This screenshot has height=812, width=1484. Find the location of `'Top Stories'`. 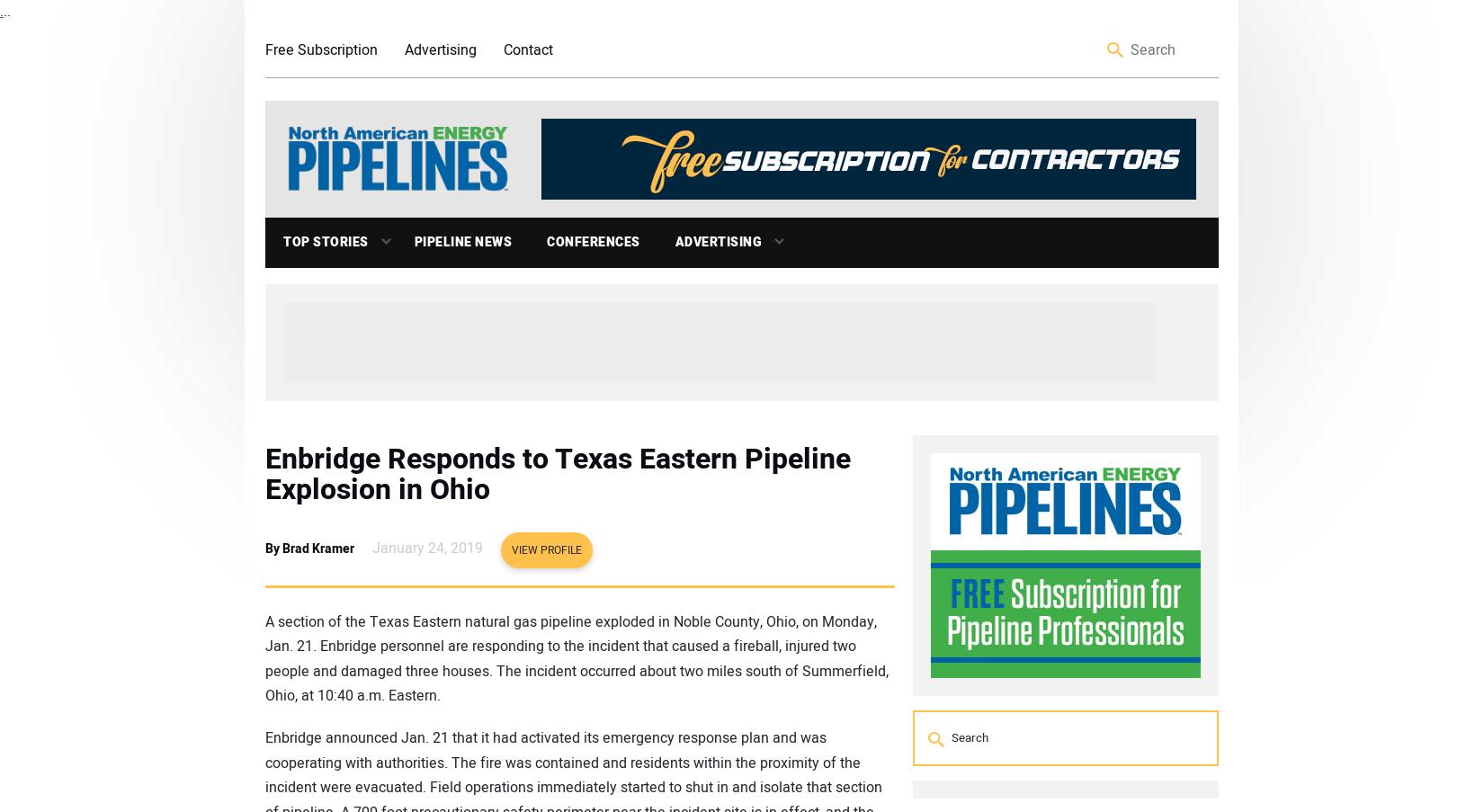

'Top Stories' is located at coordinates (326, 240).